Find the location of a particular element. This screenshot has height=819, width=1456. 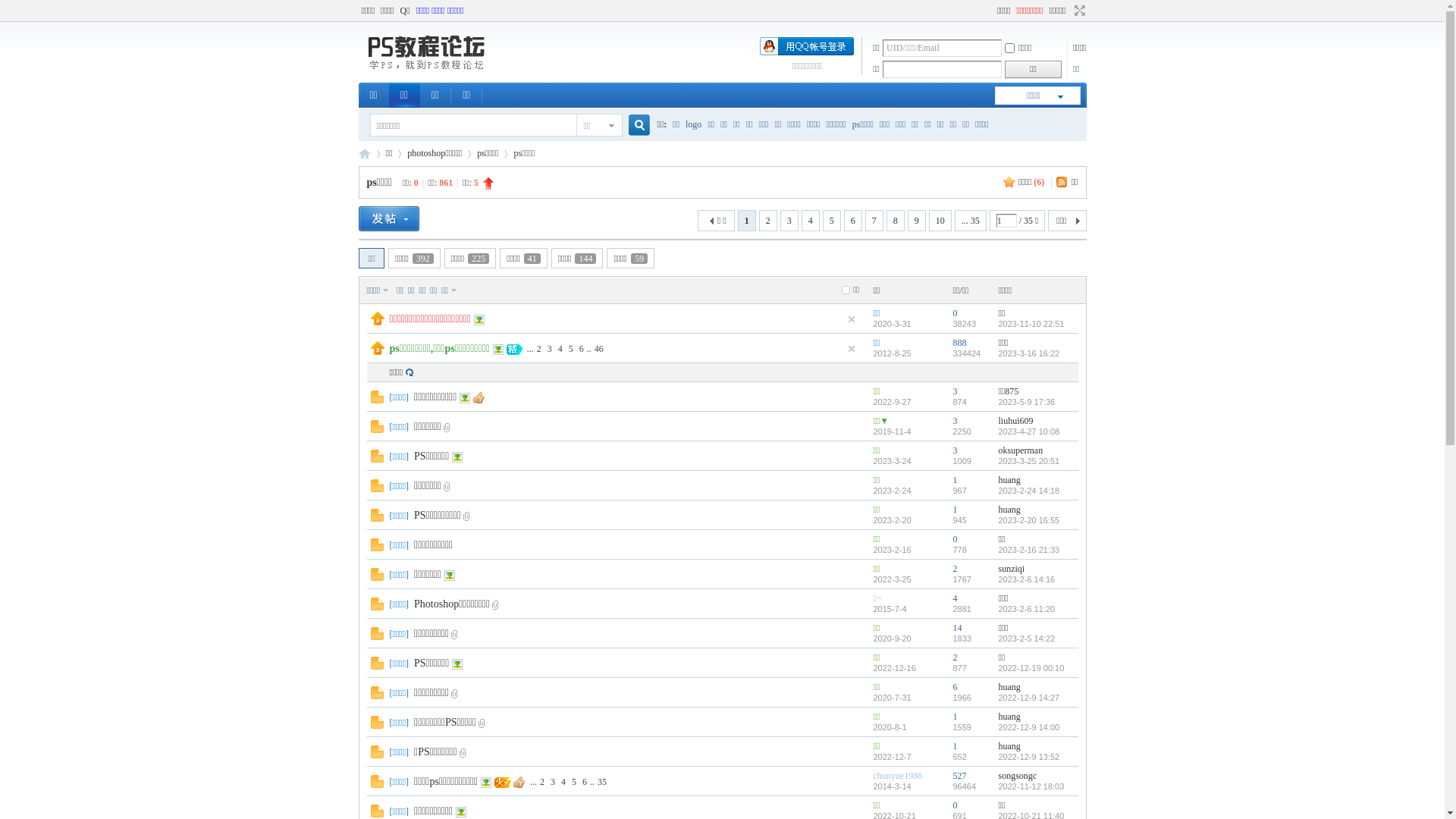

'chunyue1988' is located at coordinates (874, 775).